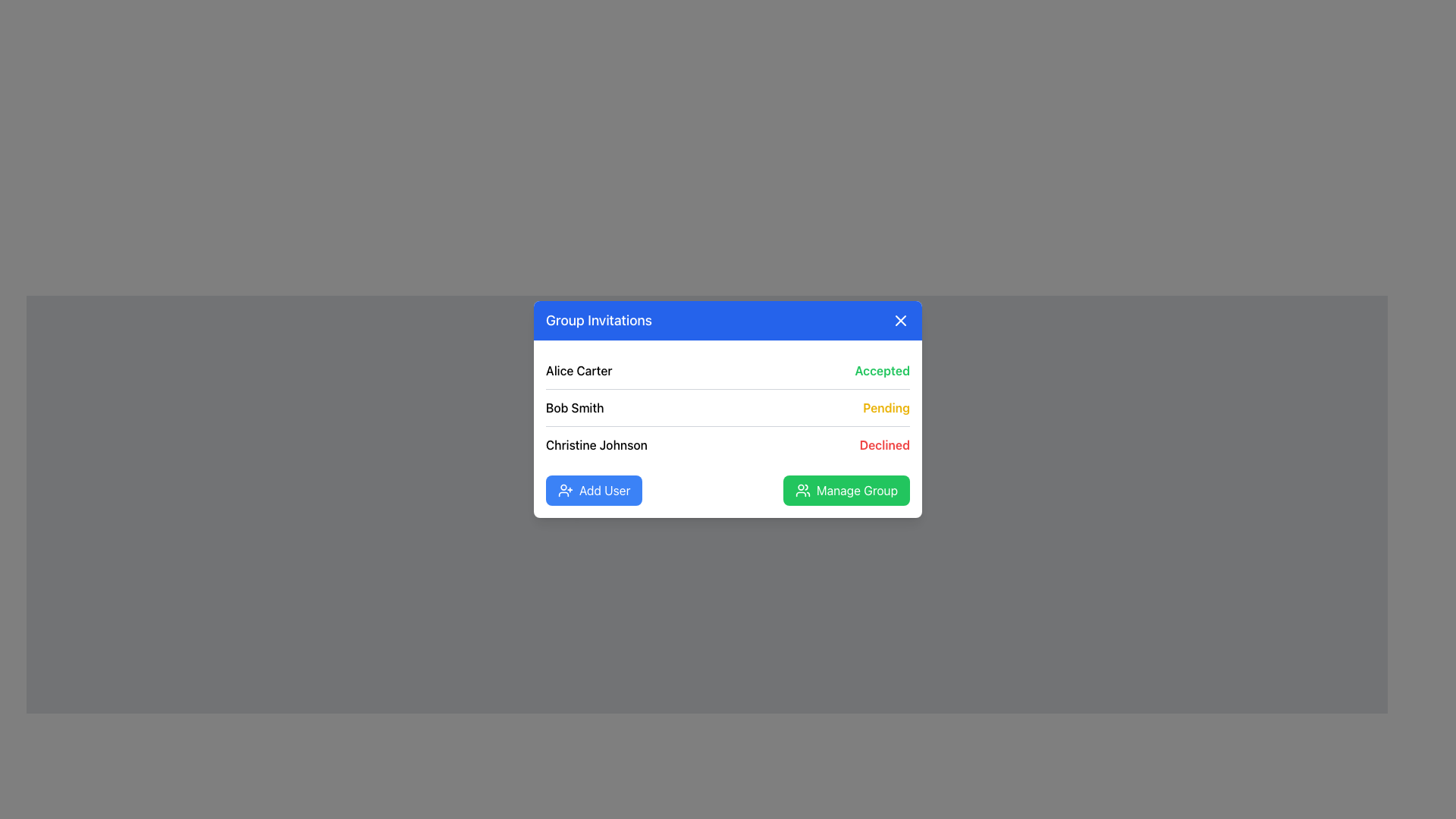  Describe the element at coordinates (593, 491) in the screenshot. I see `the 'Add Member' button located in the bottom-left corner of the dialog box` at that location.